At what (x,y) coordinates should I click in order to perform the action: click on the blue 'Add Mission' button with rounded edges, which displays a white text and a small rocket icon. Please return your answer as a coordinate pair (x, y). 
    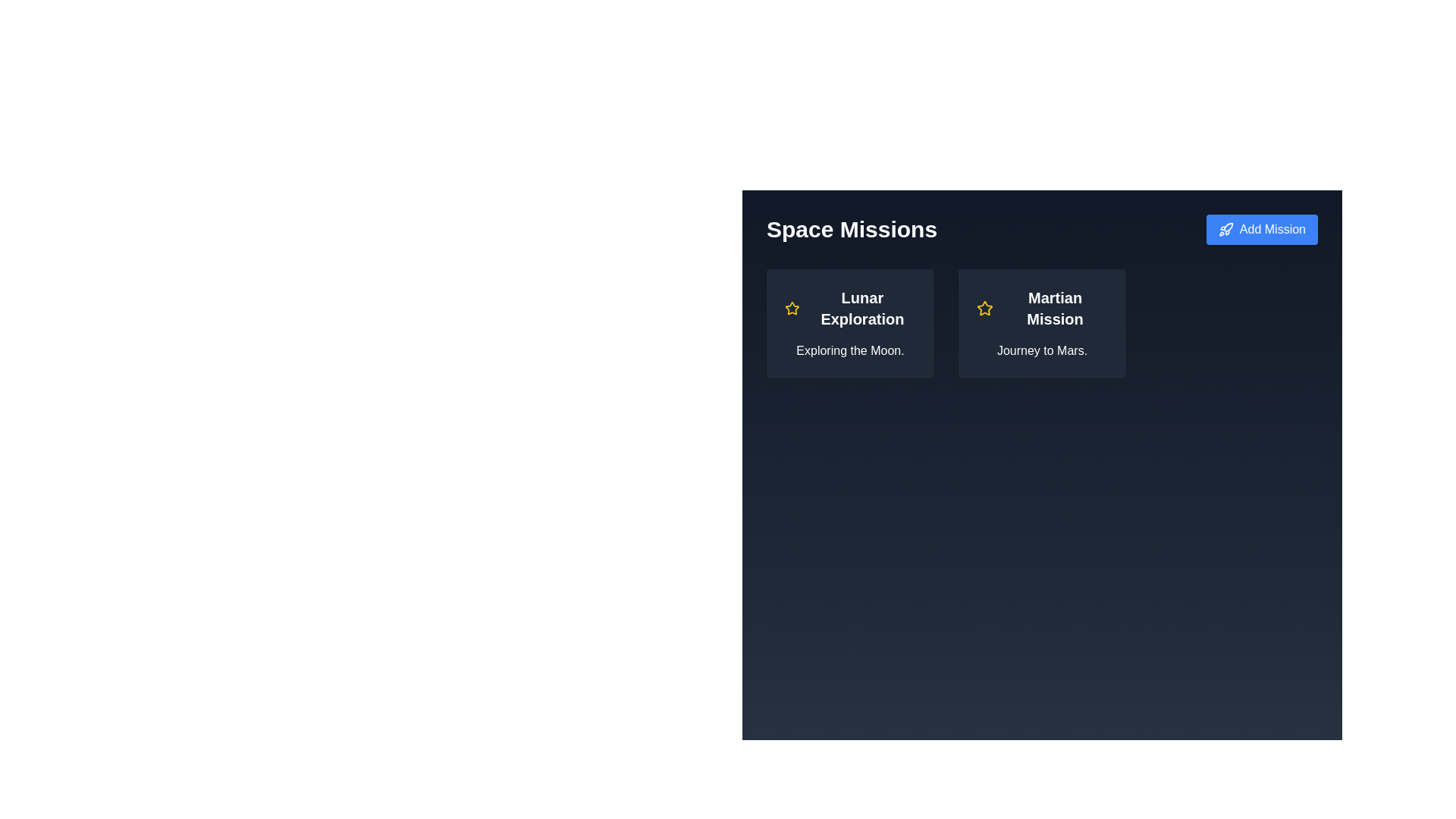
    Looking at the image, I should click on (1262, 230).